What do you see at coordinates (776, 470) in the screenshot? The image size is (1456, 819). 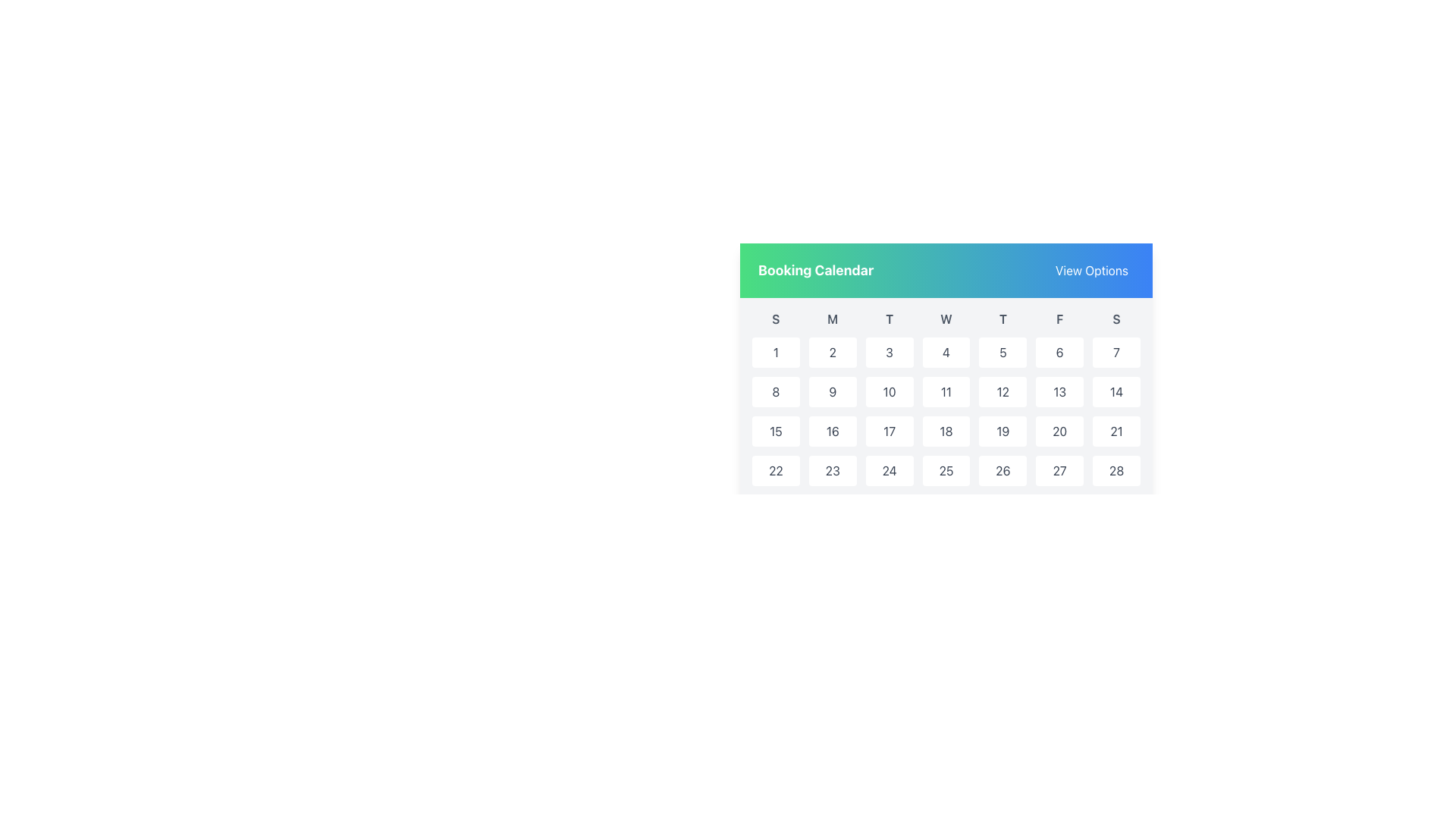 I see `the calendar cell representing the 22nd day of the month, located in the fourth row's first cell under the 'S' column` at bounding box center [776, 470].